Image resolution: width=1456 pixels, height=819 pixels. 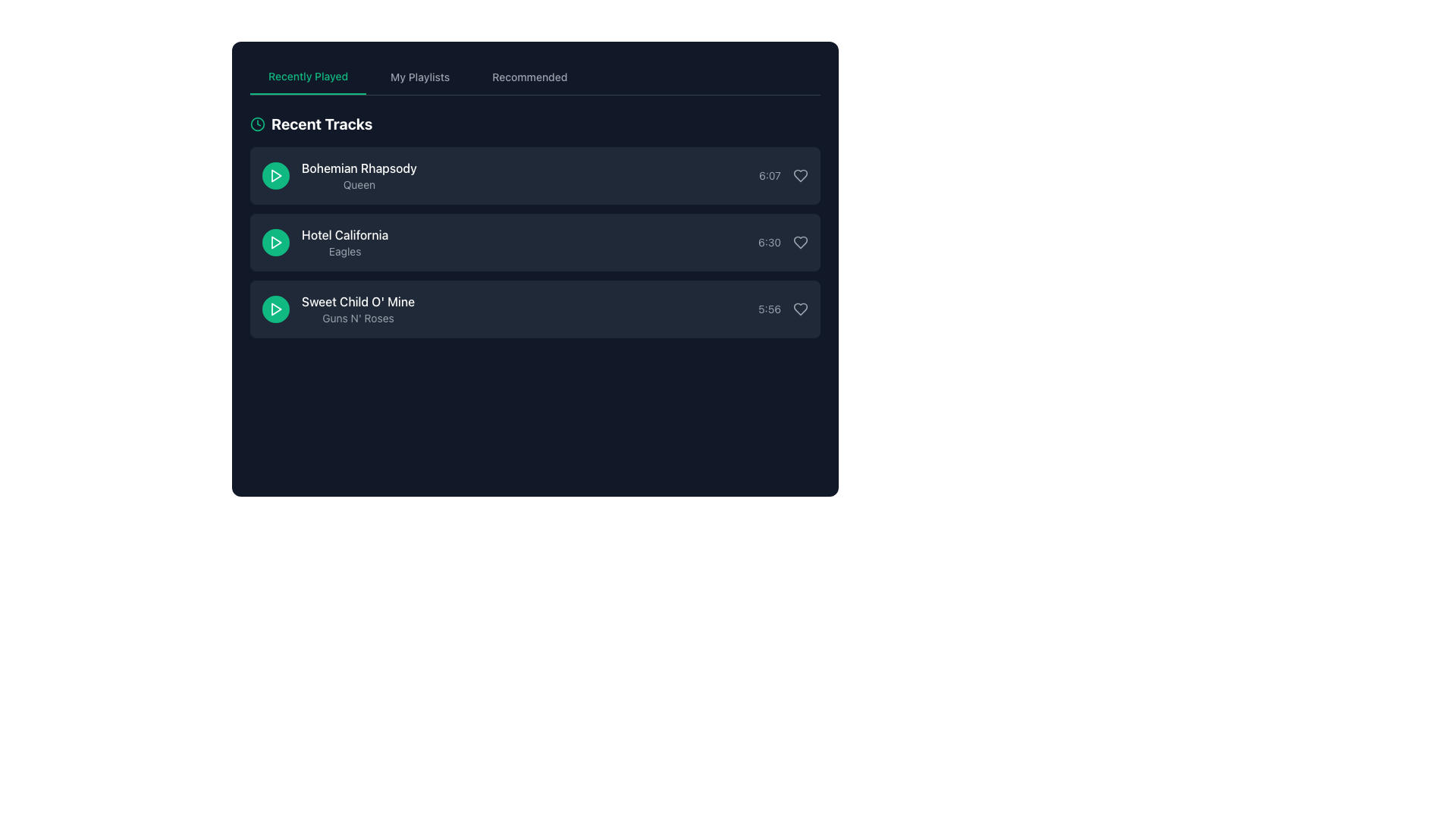 What do you see at coordinates (276, 242) in the screenshot?
I see `the play button located in the second-row item of the vertical track list` at bounding box center [276, 242].